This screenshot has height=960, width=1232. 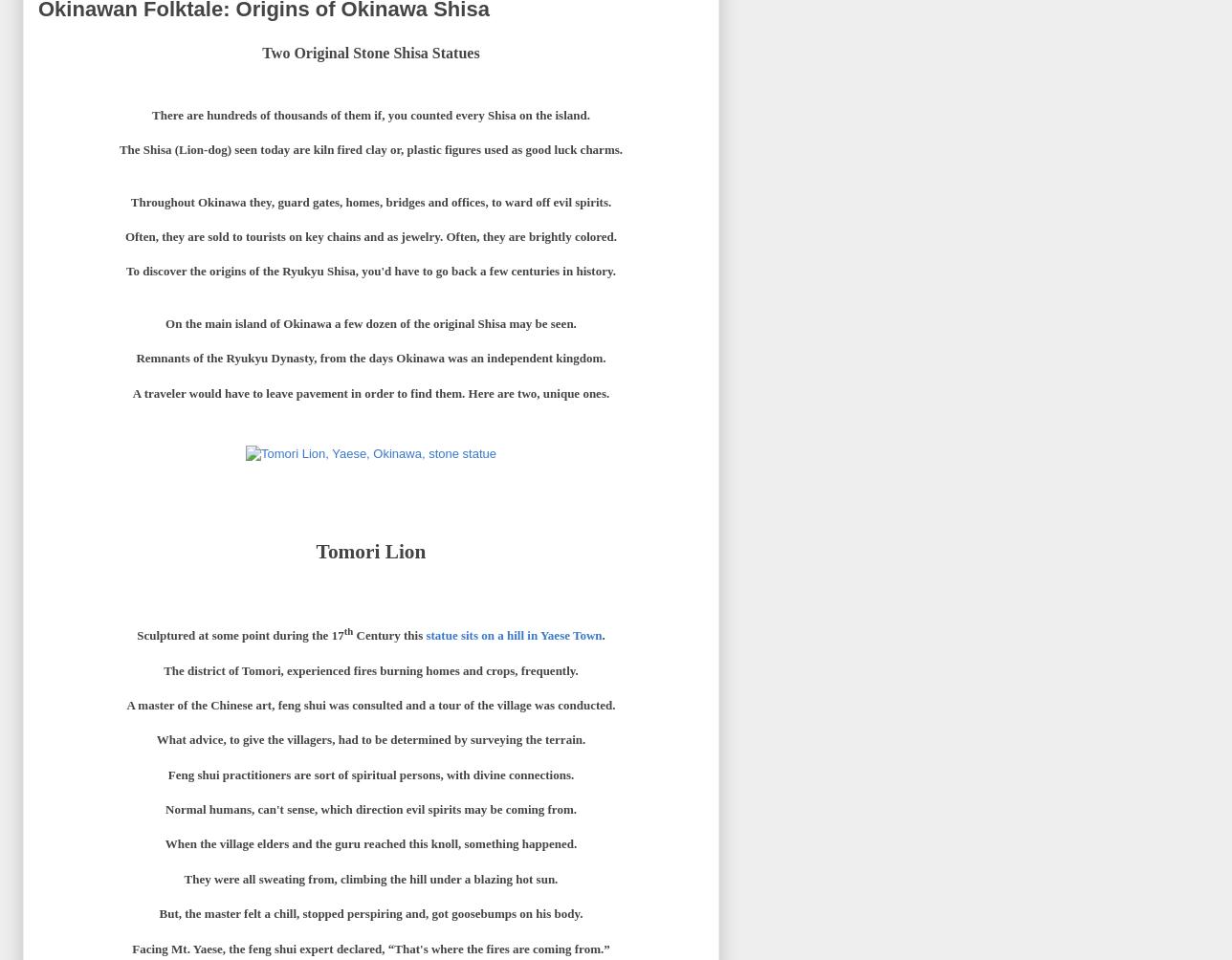 I want to click on 'Throughout Okinawa they, guard gates, homes, bridges and offices, to ward off evil spirits.', so click(x=130, y=200).